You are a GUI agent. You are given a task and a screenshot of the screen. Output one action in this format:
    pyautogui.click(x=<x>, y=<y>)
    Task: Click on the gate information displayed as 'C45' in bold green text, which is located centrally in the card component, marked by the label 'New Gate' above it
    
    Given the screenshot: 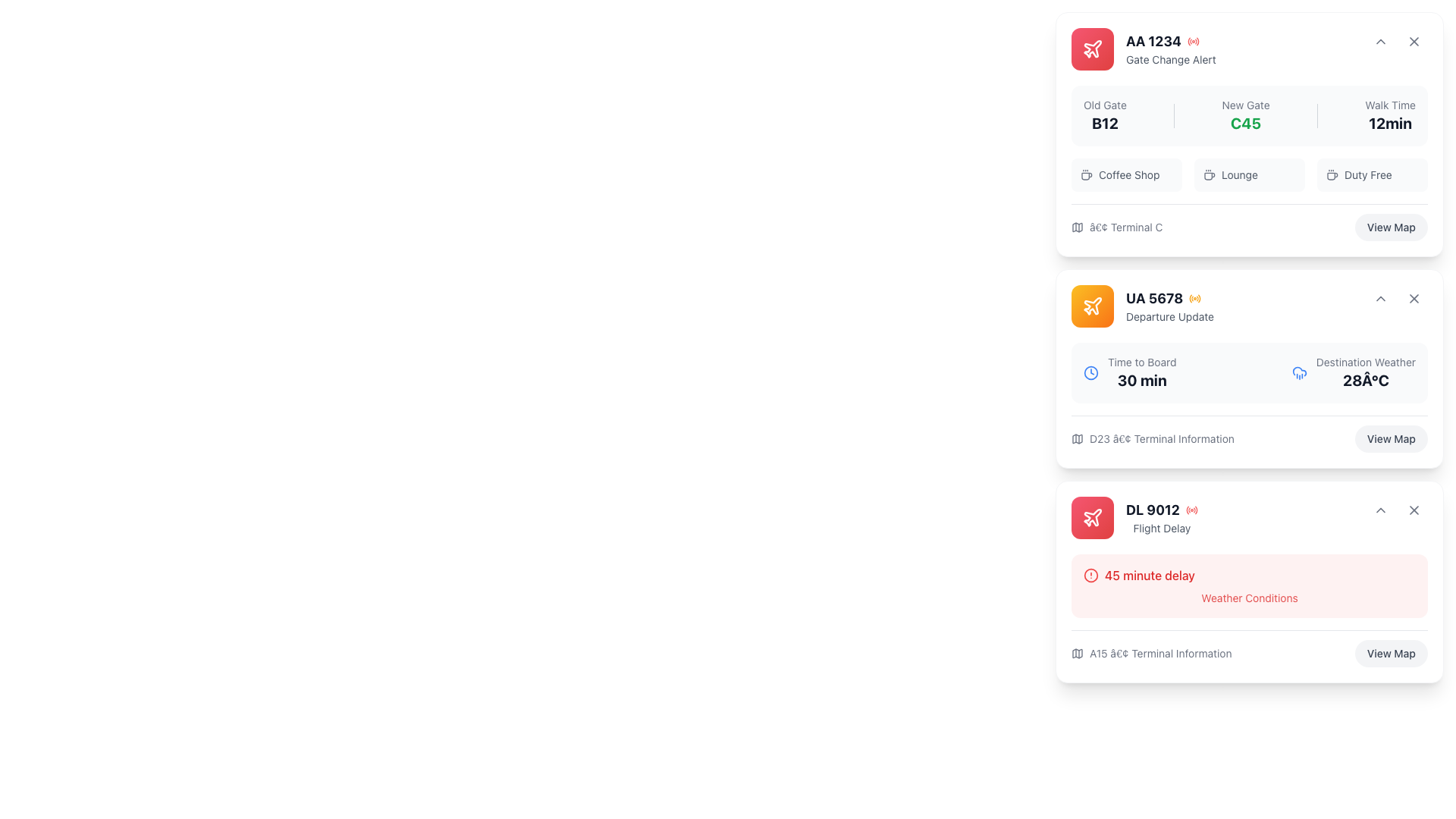 What is the action you would take?
    pyautogui.click(x=1246, y=115)
    